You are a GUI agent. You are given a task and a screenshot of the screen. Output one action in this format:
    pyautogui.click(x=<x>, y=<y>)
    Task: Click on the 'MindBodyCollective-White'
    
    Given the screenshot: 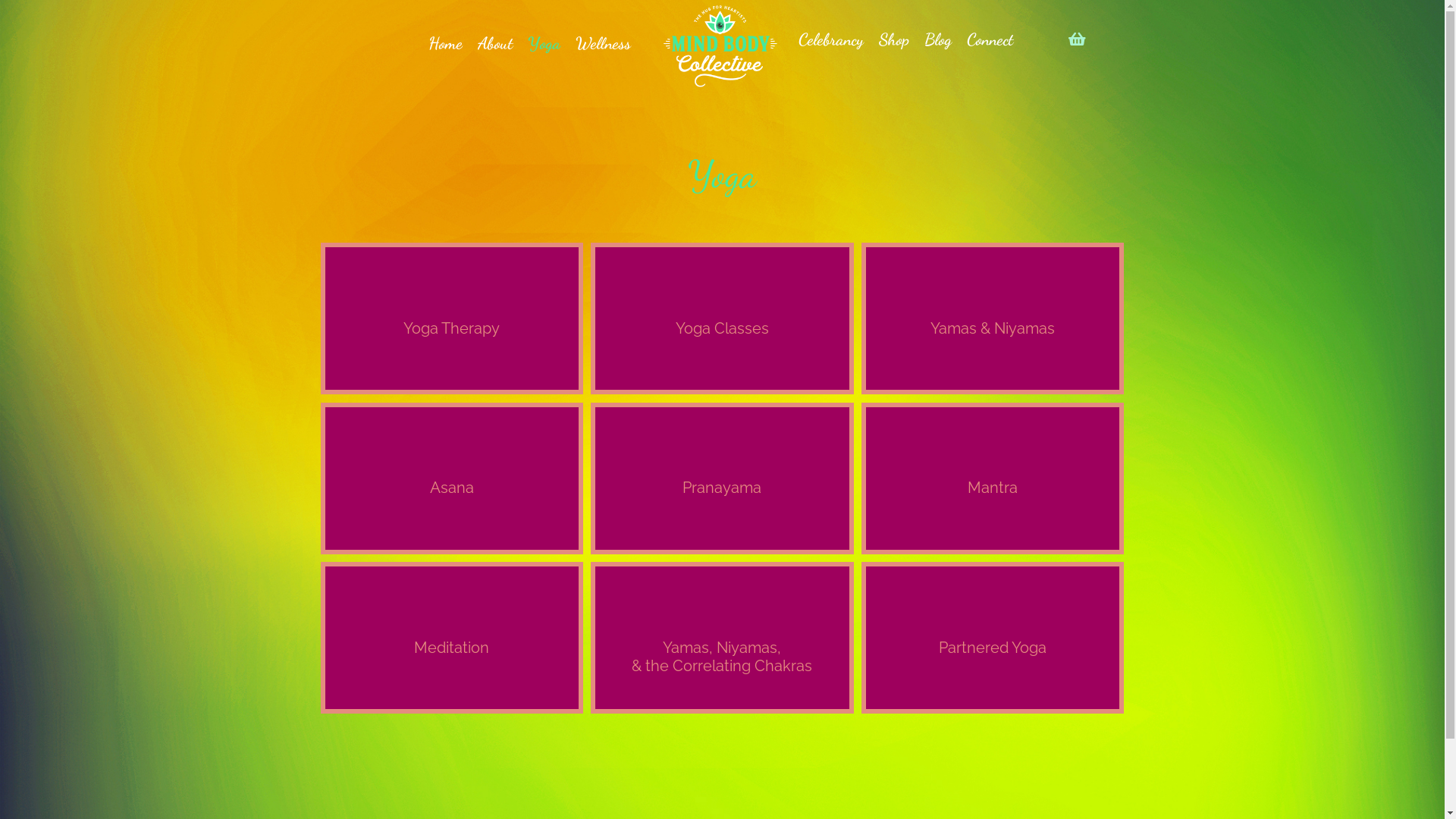 What is the action you would take?
    pyautogui.click(x=720, y=45)
    